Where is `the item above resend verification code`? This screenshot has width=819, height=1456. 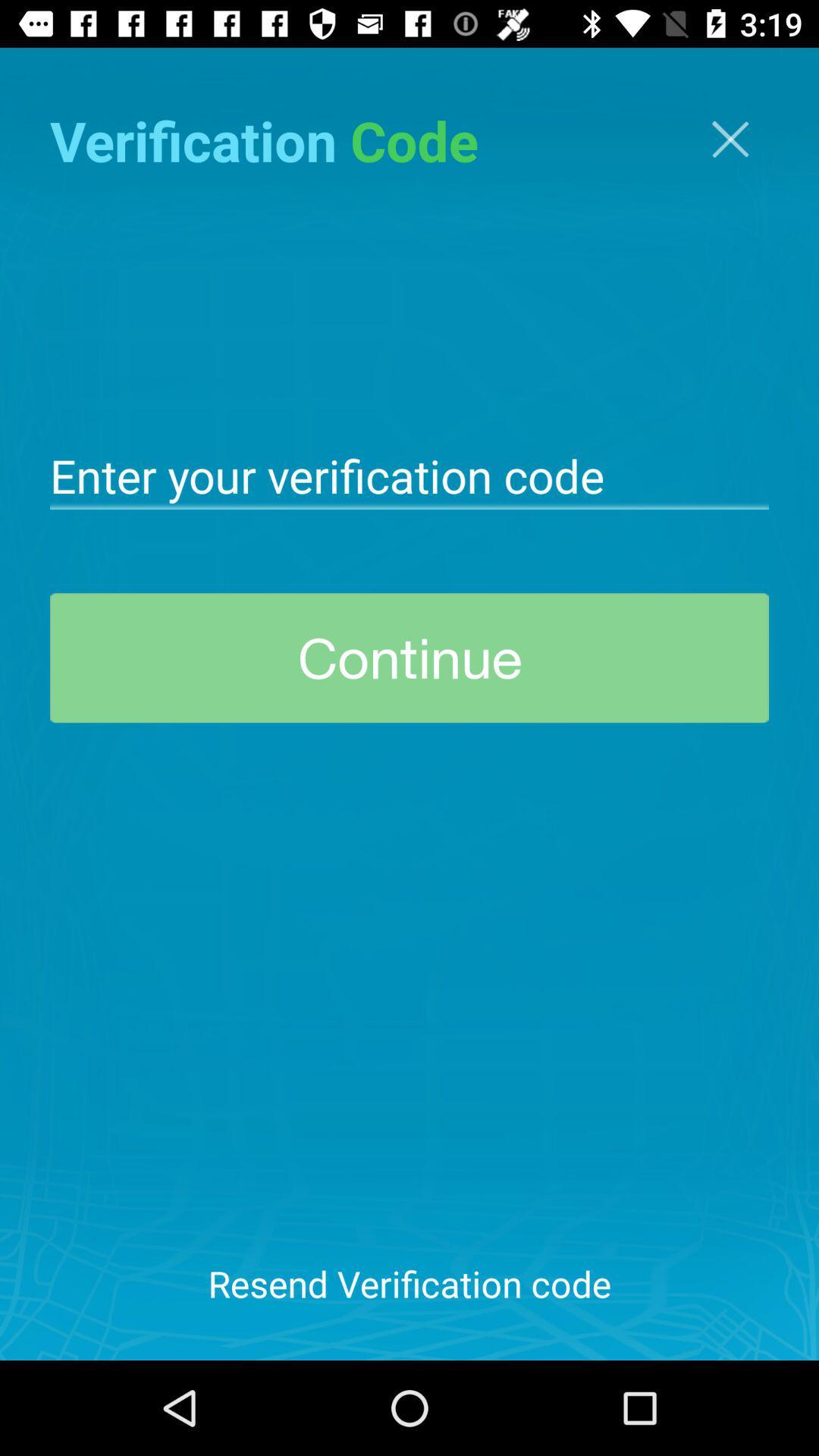 the item above resend verification code is located at coordinates (409, 657).